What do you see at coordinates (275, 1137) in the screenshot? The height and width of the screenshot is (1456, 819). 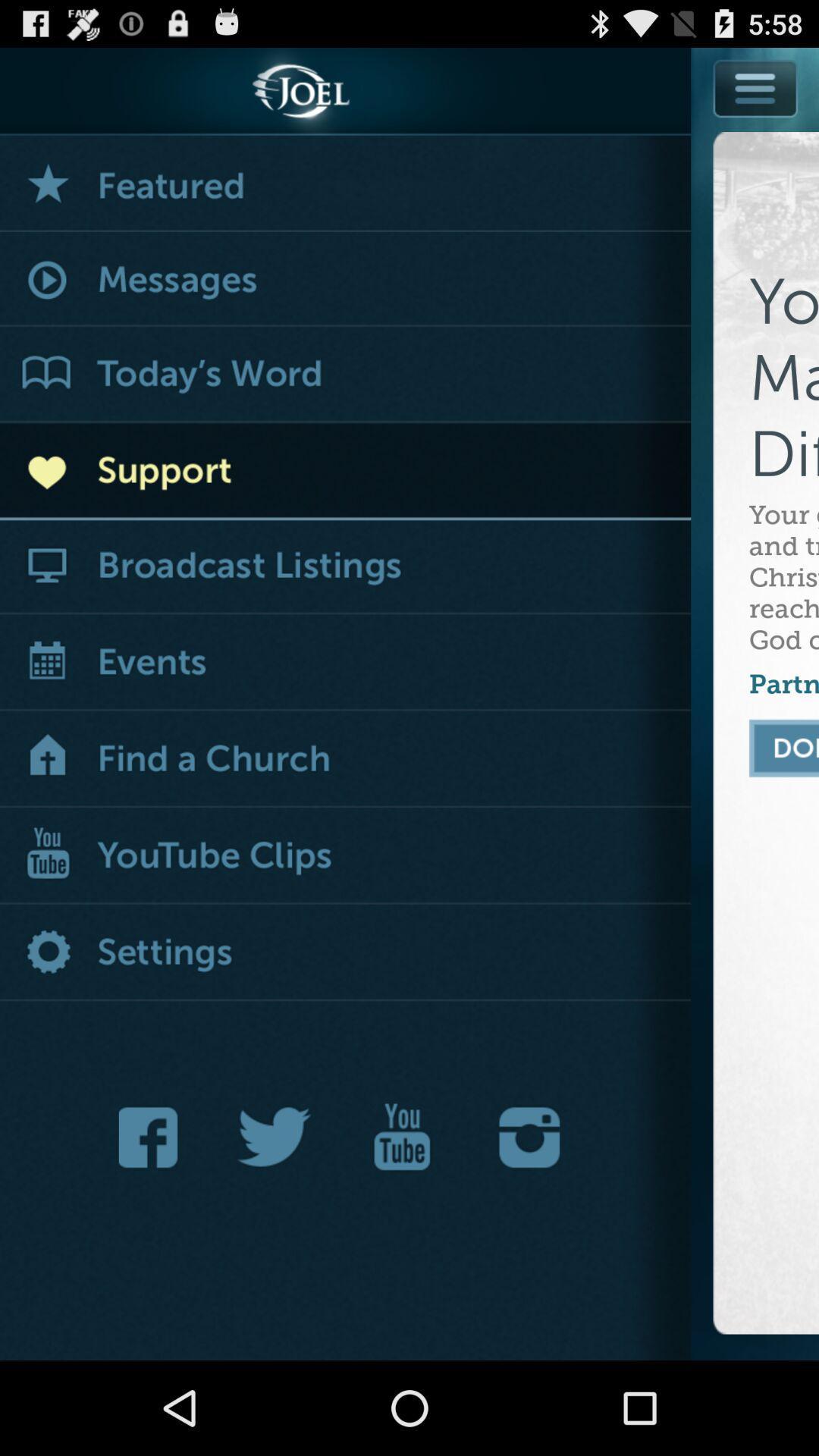 I see `share to twitter` at bounding box center [275, 1137].